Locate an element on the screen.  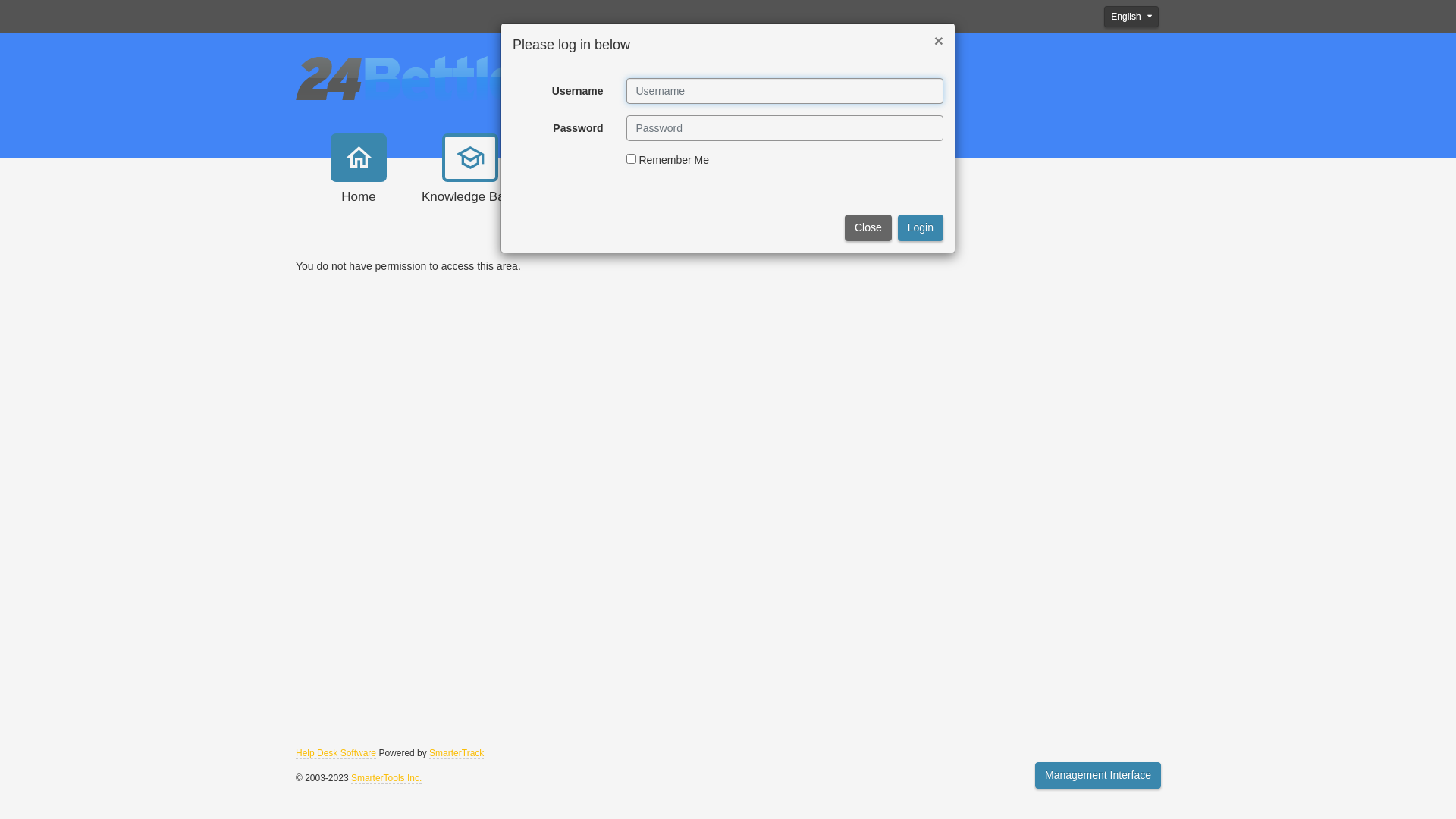
'Knowledge Base' is located at coordinates (469, 184).